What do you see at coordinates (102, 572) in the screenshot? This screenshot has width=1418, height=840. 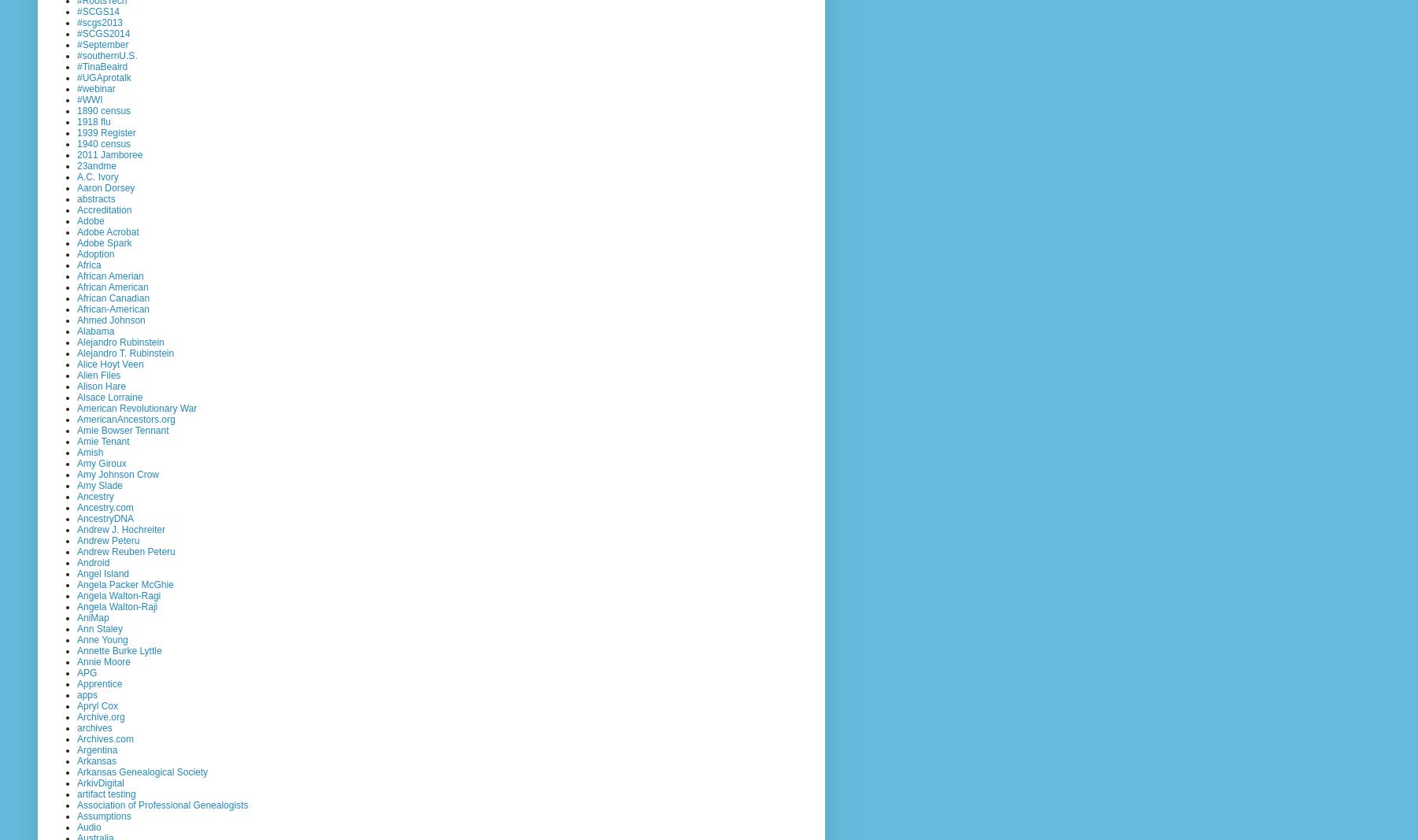 I see `'Angel Island'` at bounding box center [102, 572].